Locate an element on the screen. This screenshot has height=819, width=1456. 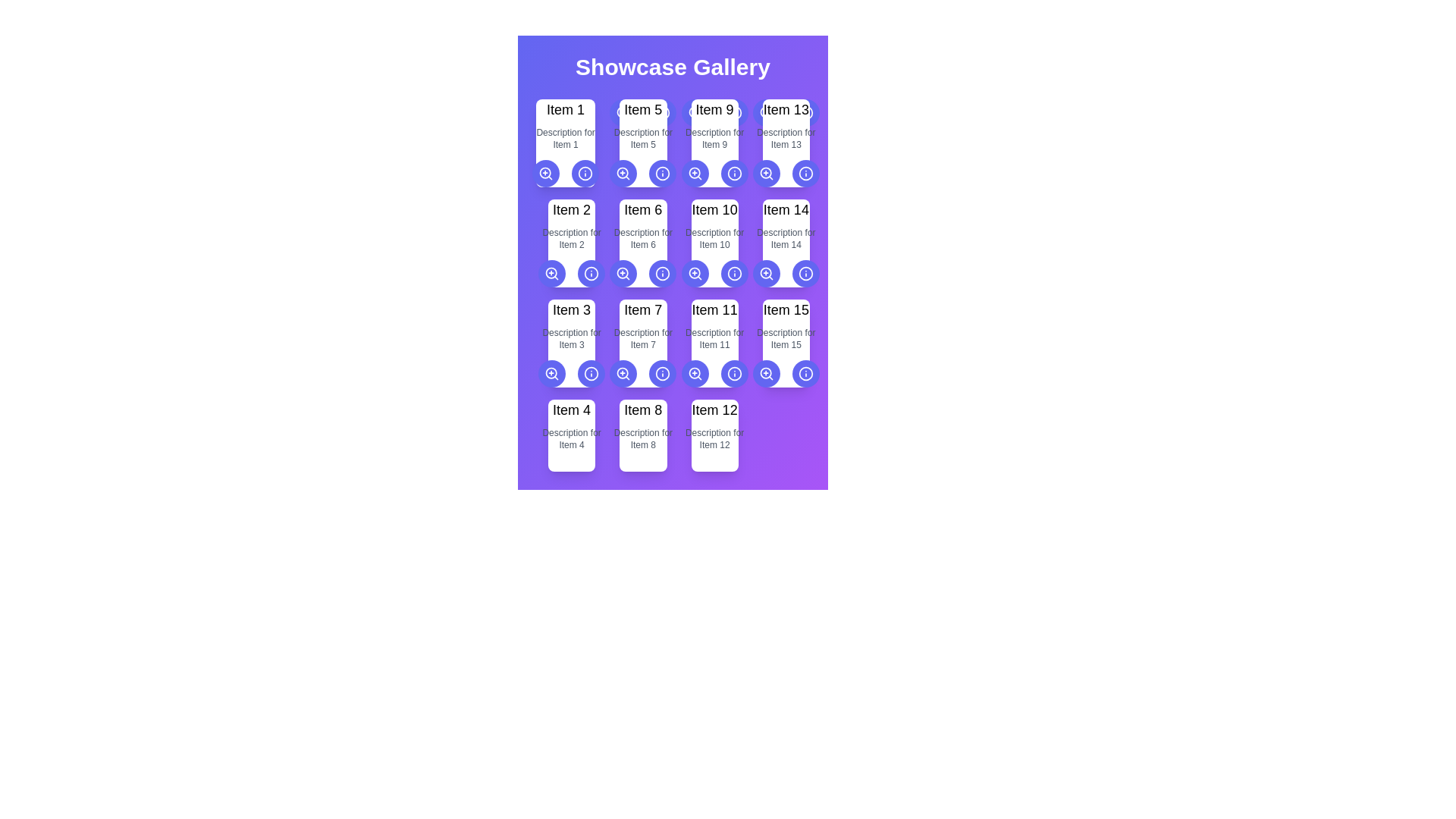
the second circular button with an indigo background and white border, which contains an information symbol is located at coordinates (663, 172).